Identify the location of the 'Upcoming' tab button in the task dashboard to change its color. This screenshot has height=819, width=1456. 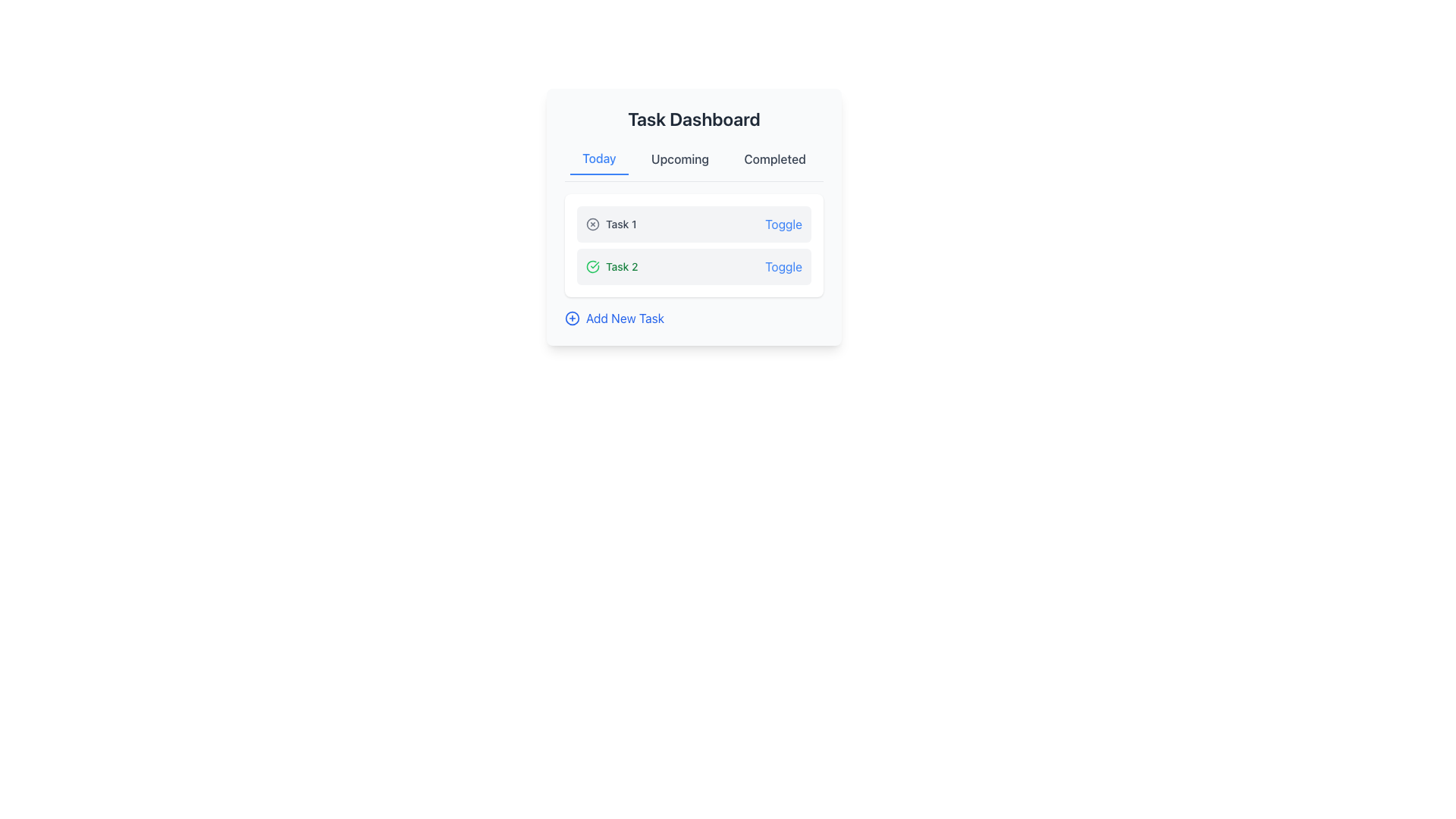
(679, 158).